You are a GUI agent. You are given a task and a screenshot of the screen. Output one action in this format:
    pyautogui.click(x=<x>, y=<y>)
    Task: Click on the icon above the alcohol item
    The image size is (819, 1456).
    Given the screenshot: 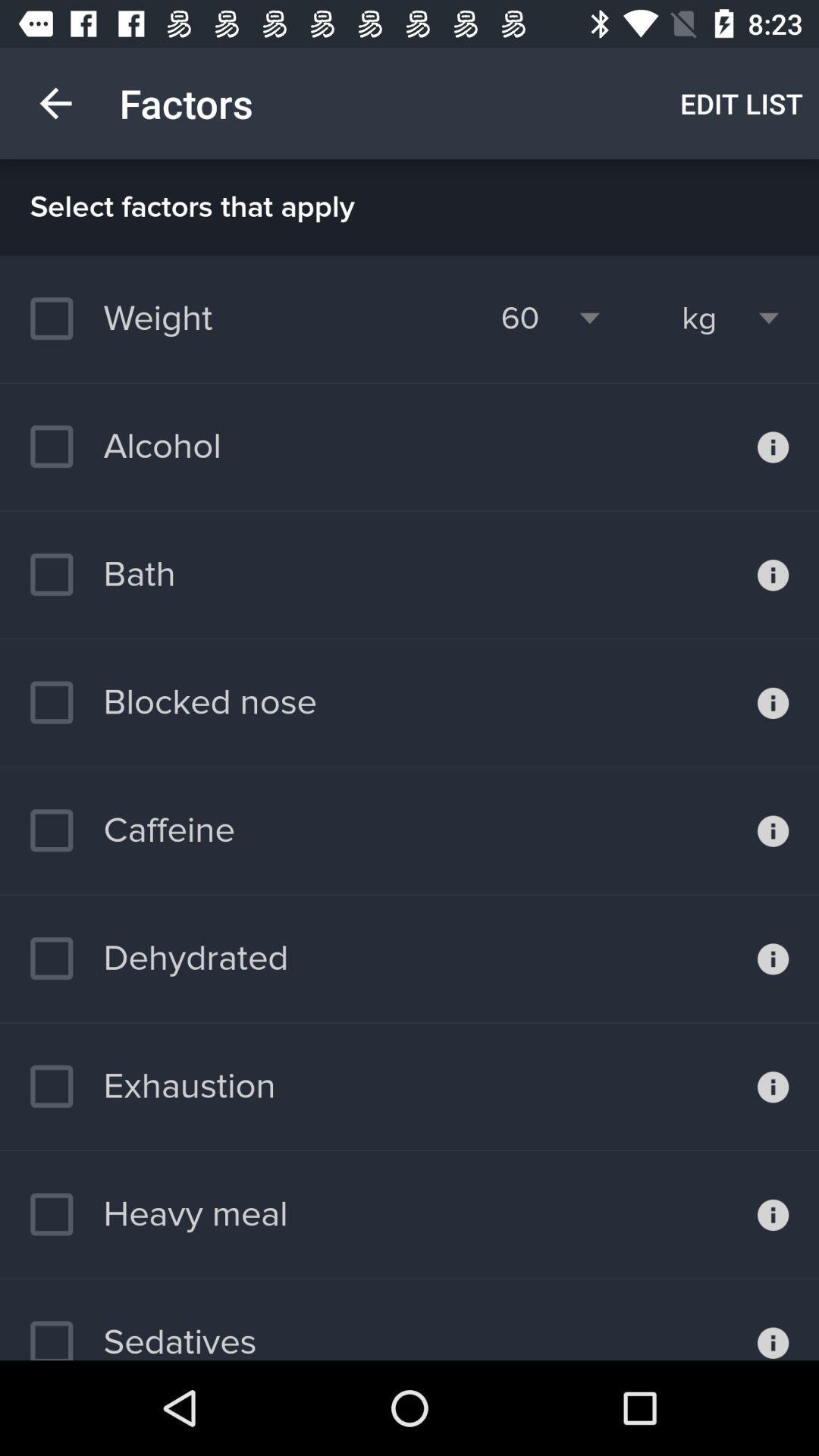 What is the action you would take?
    pyautogui.click(x=128, y=318)
    